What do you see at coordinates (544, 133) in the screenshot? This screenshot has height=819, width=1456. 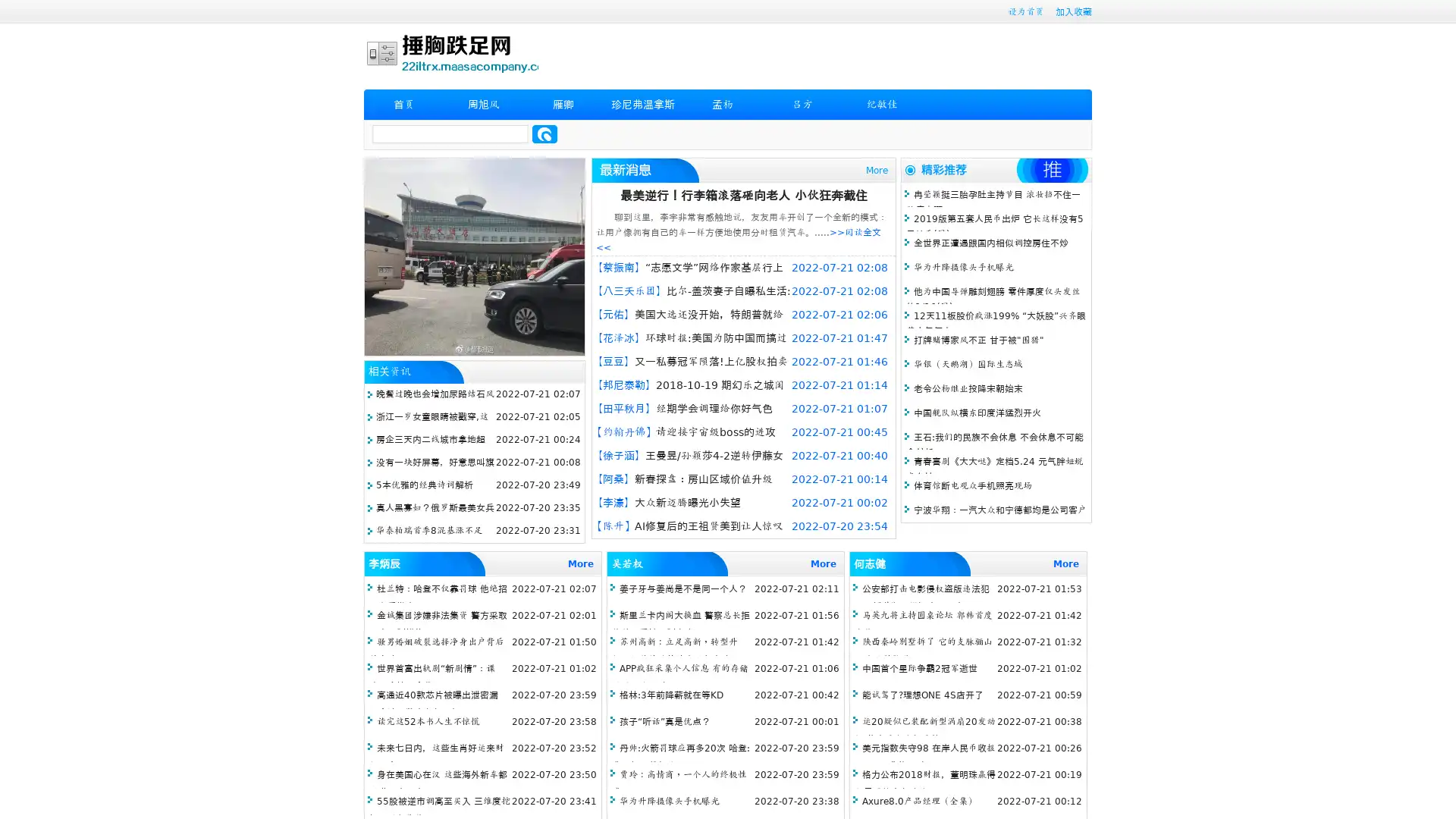 I see `Search` at bounding box center [544, 133].